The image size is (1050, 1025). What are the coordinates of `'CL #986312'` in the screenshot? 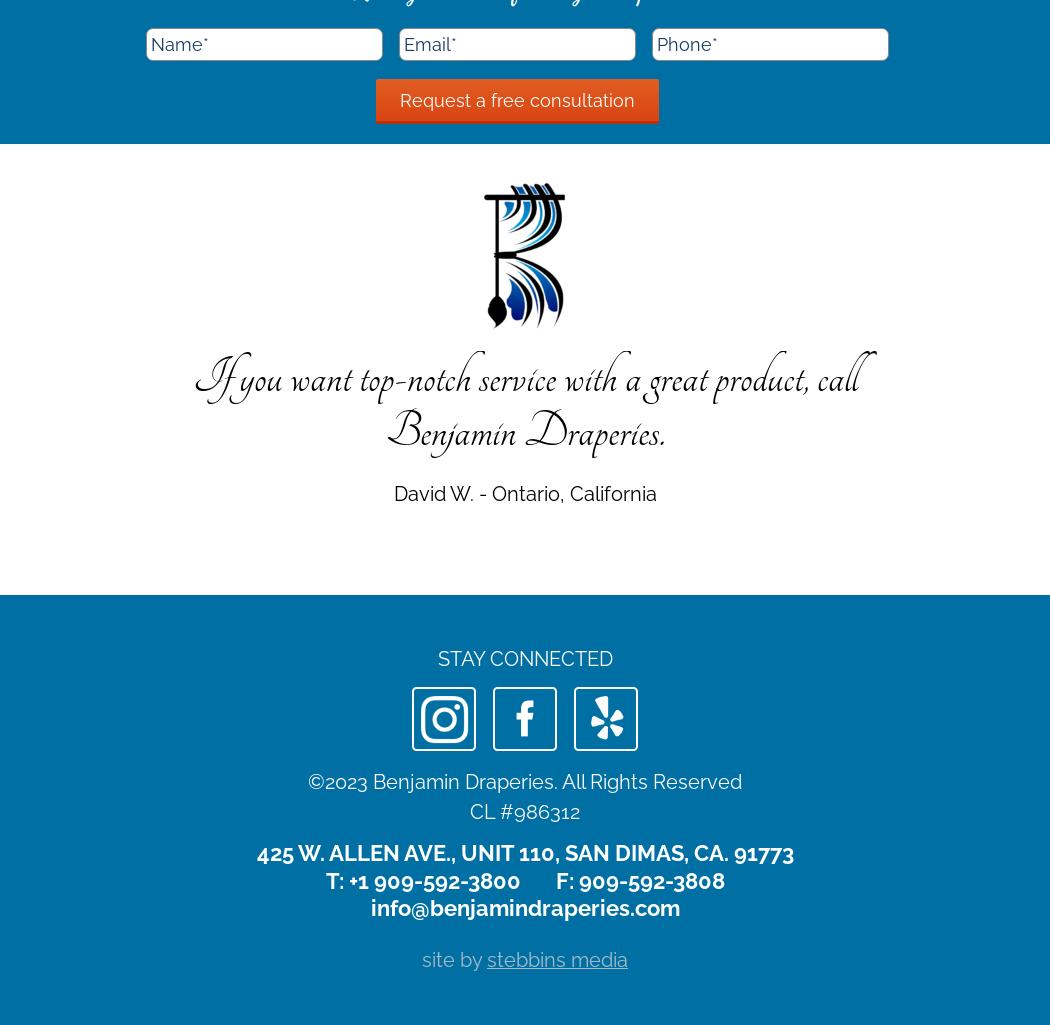 It's located at (525, 809).